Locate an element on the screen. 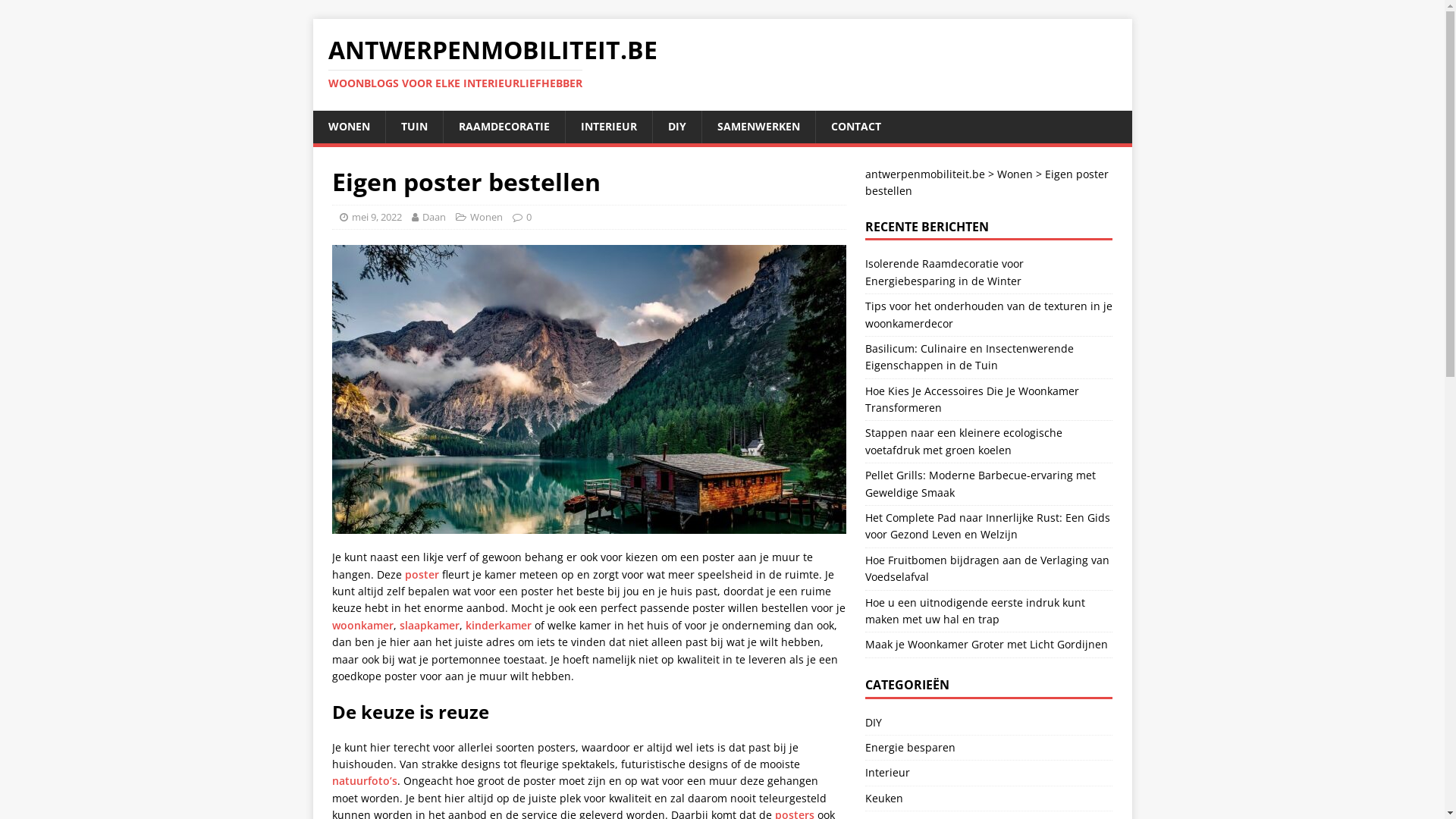 This screenshot has width=1456, height=819. 'DIY' is located at coordinates (651, 125).